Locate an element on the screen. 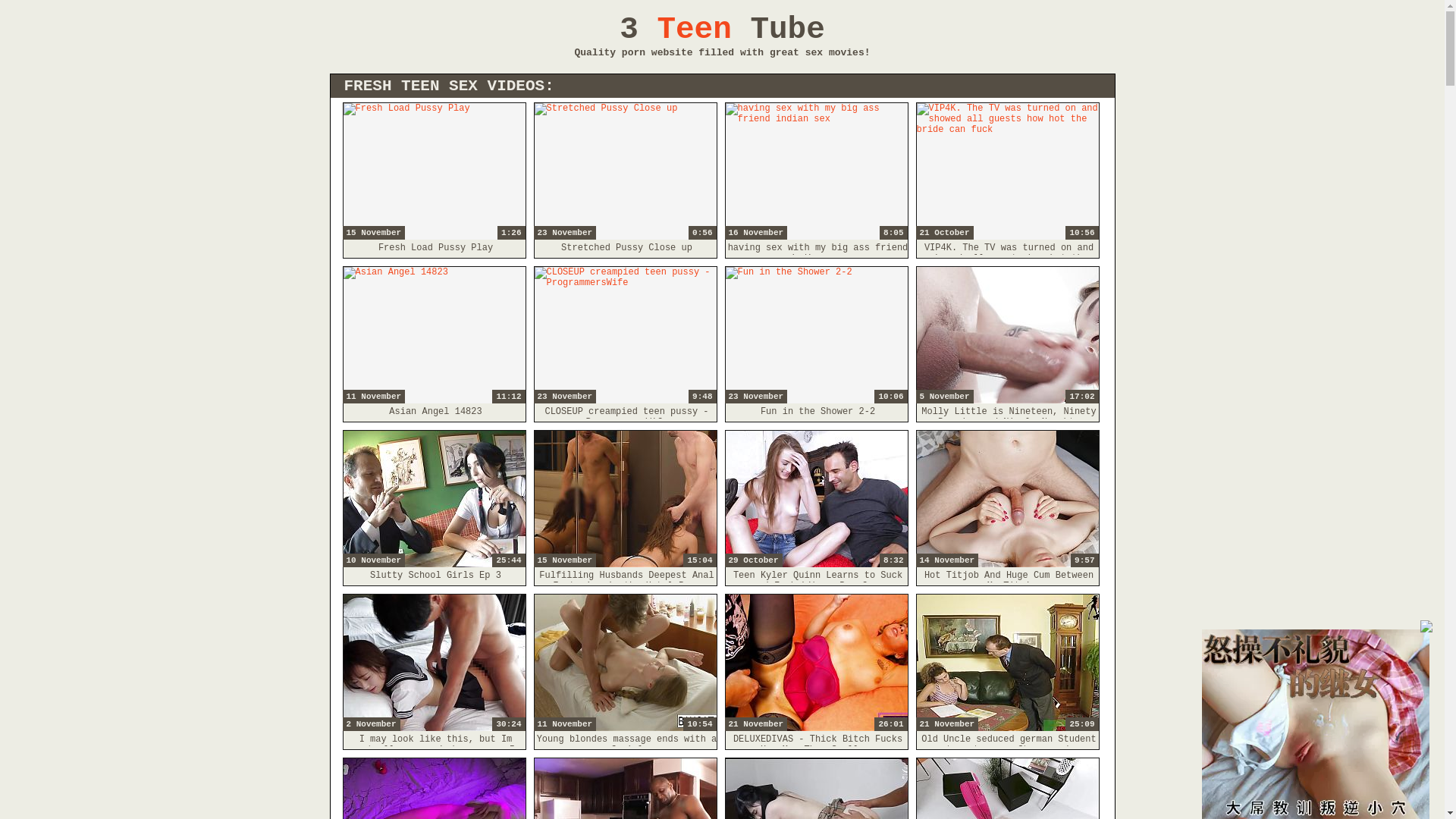 Image resolution: width=1456 pixels, height=819 pixels. '9:57 is located at coordinates (1007, 499).